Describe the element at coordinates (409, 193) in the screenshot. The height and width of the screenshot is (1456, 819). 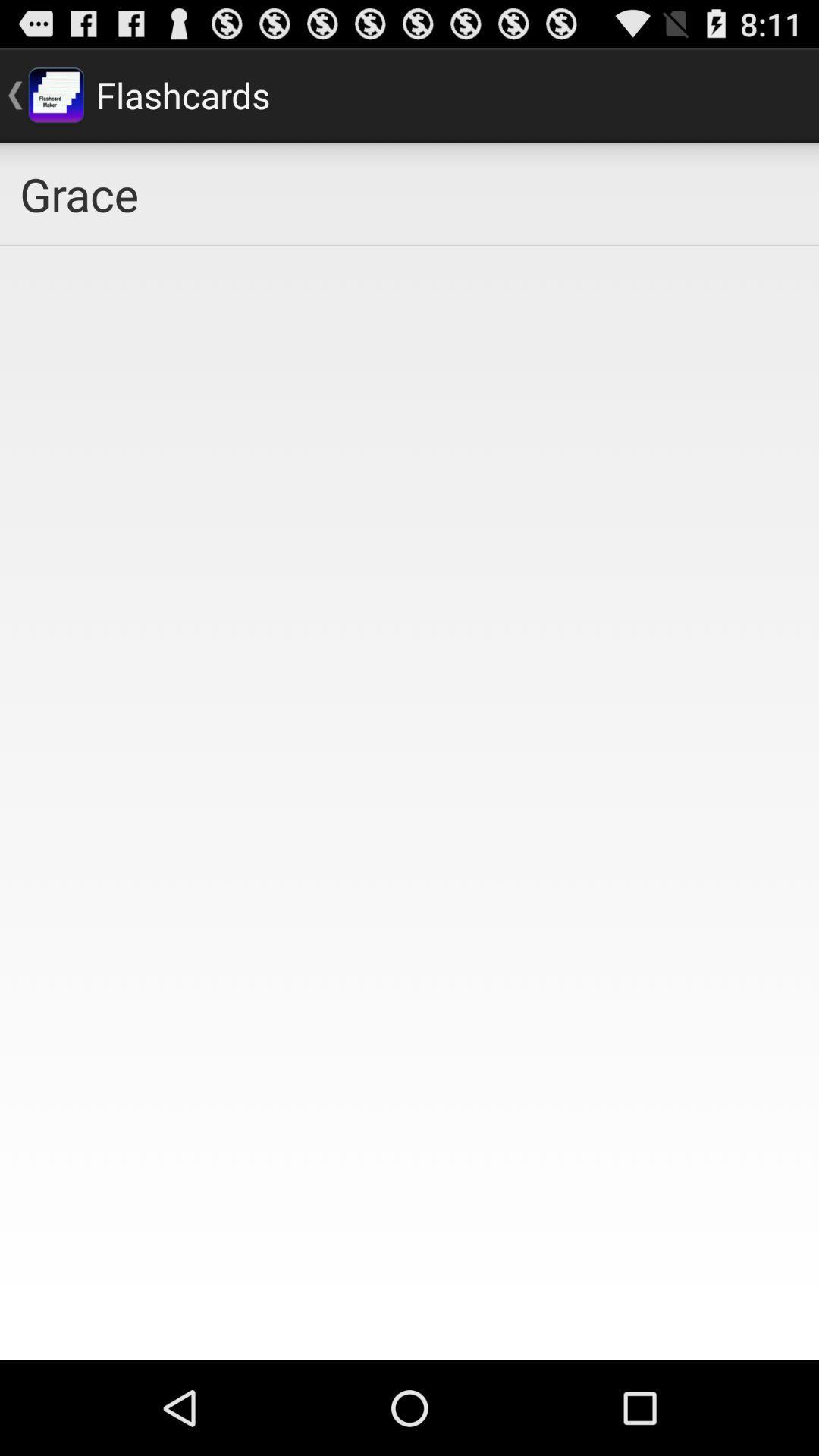
I see `icon at the top` at that location.